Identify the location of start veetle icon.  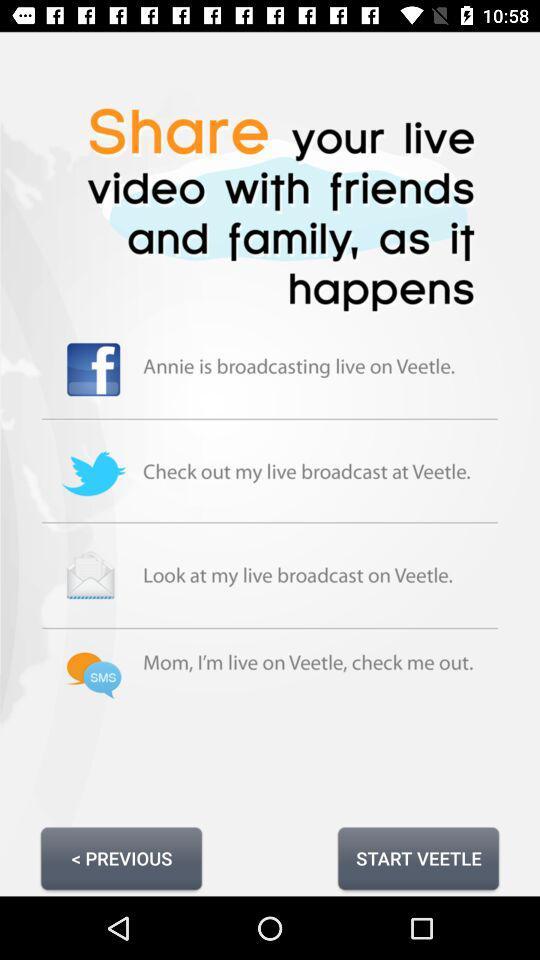
(417, 857).